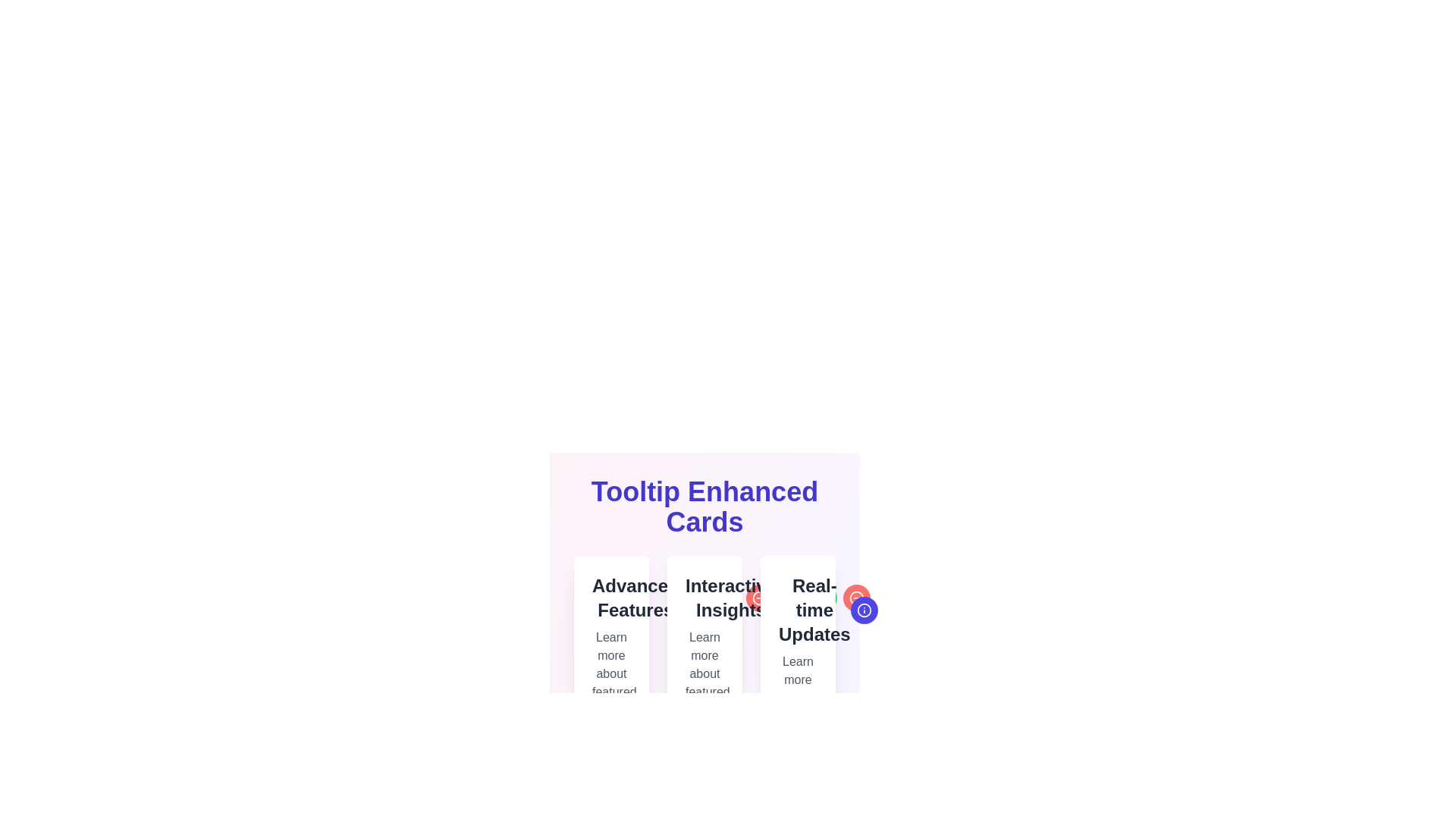 The width and height of the screenshot is (1456, 819). What do you see at coordinates (823, 598) in the screenshot?
I see `the circular green button with a white '+' symbol, which is the second button in a horizontal arrangement of three buttons` at bounding box center [823, 598].